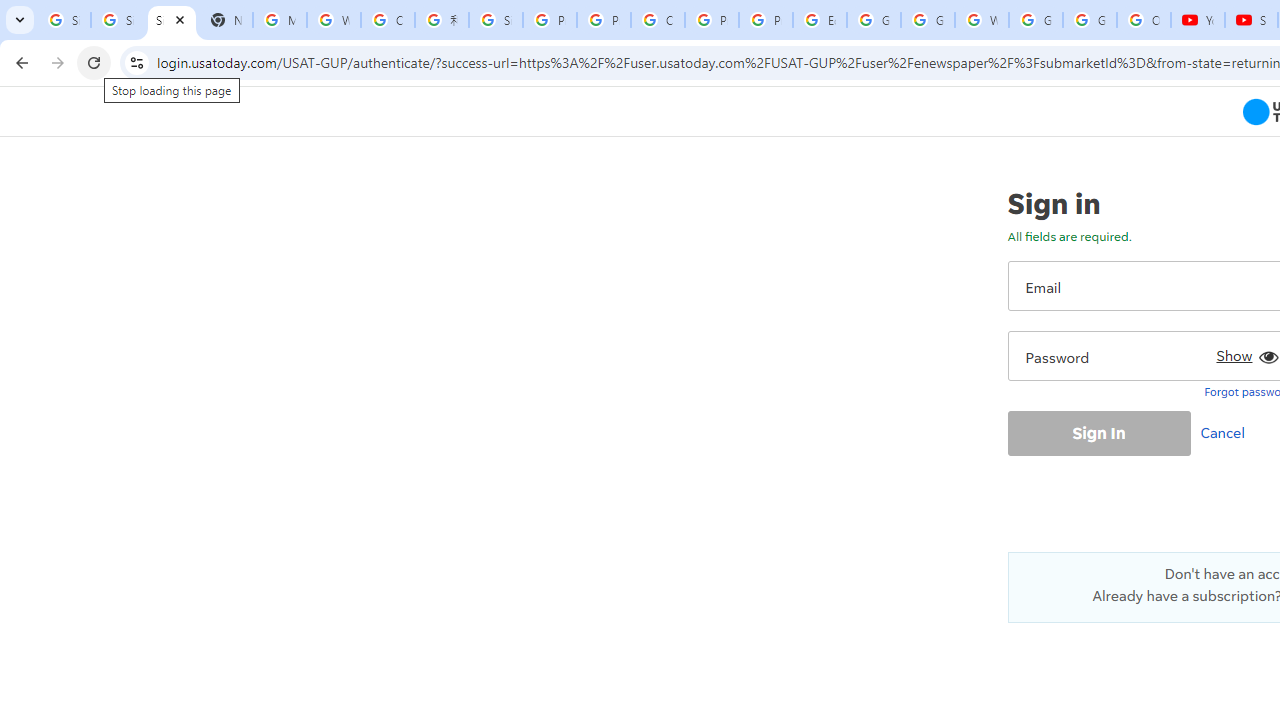 This screenshot has width=1280, height=720. Describe the element at coordinates (334, 20) in the screenshot. I see `'Who is my administrator? - Google Account Help'` at that location.